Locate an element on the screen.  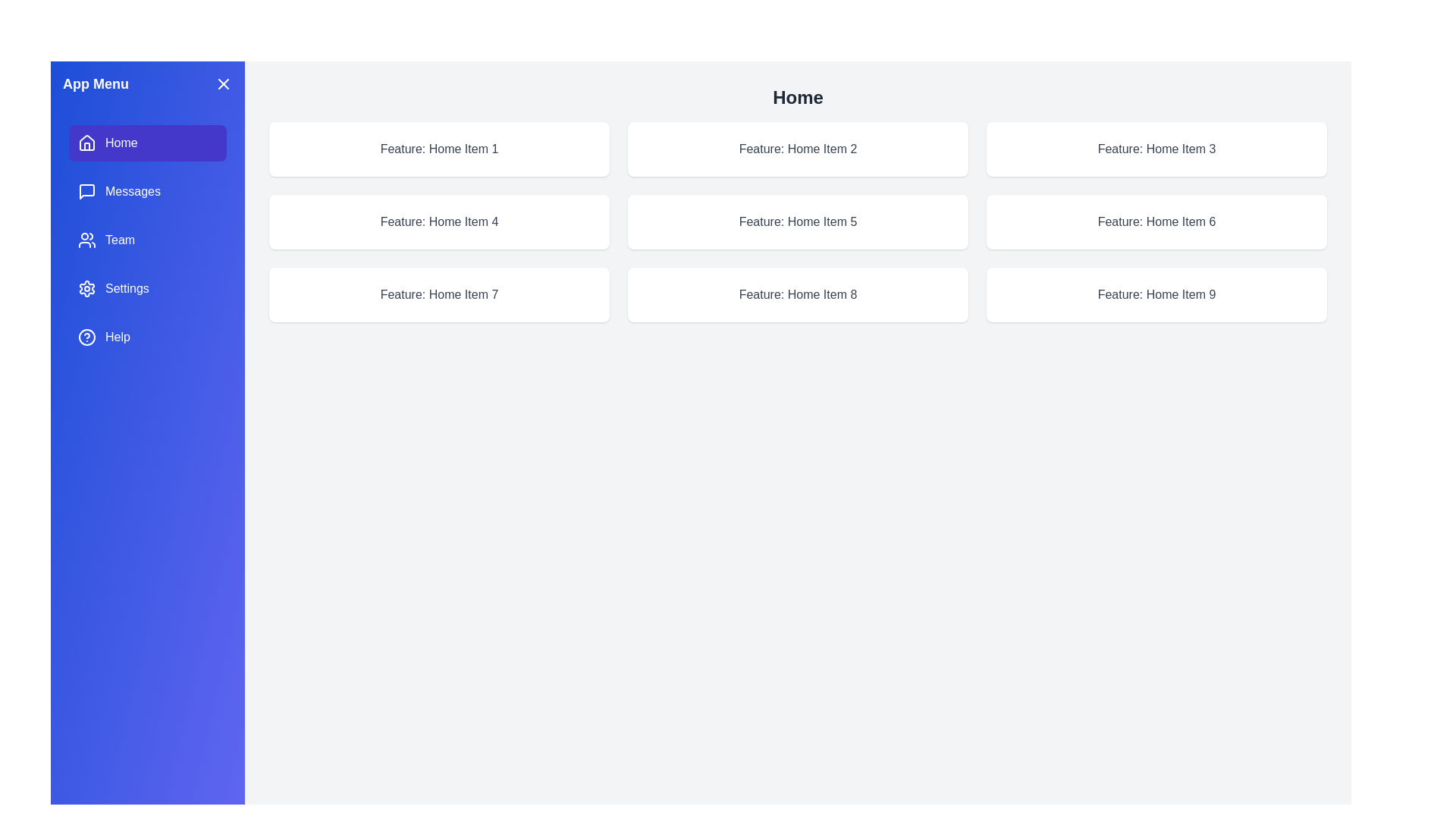
the feature Home from the menu is located at coordinates (148, 143).